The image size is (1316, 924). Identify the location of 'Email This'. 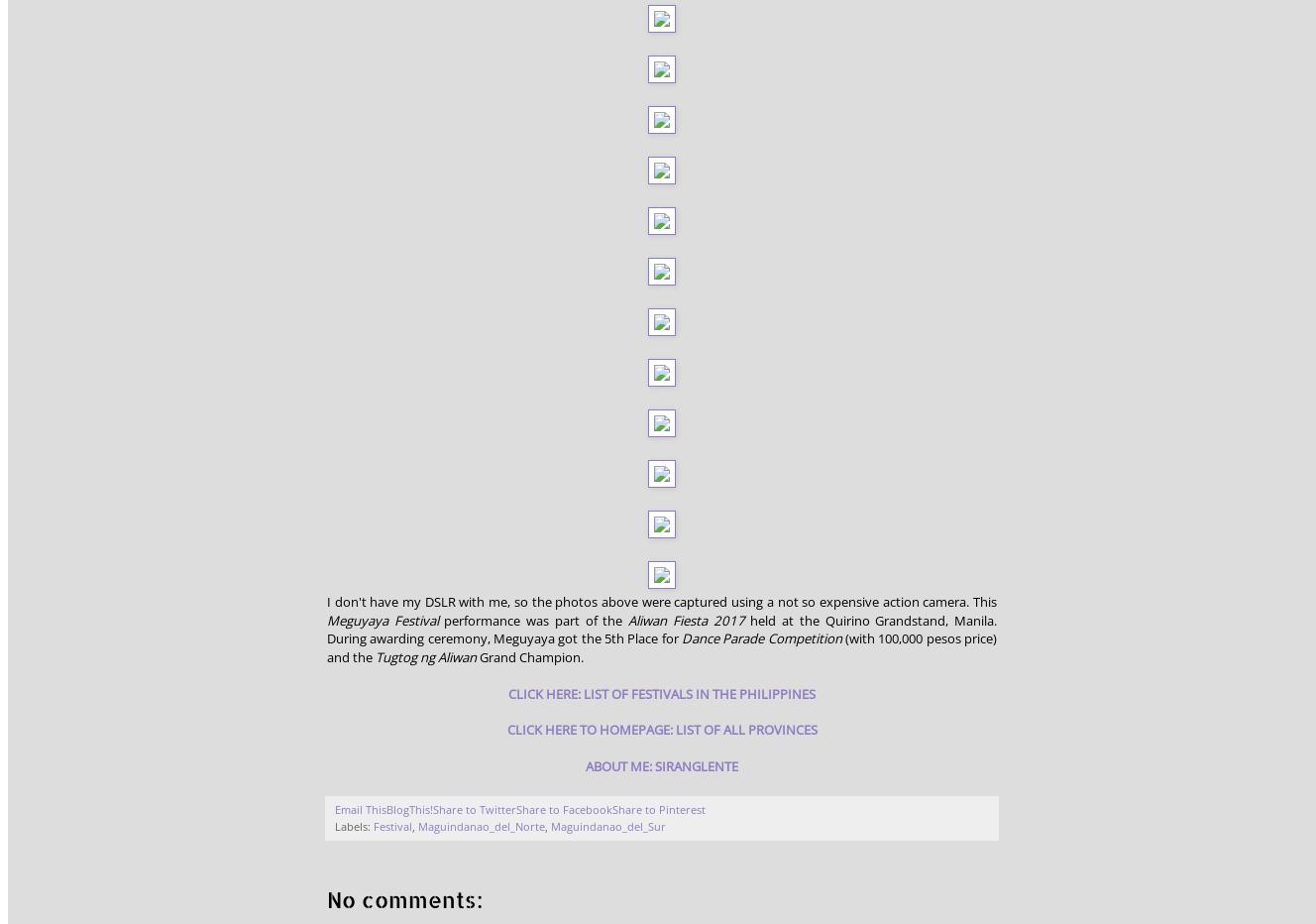
(360, 808).